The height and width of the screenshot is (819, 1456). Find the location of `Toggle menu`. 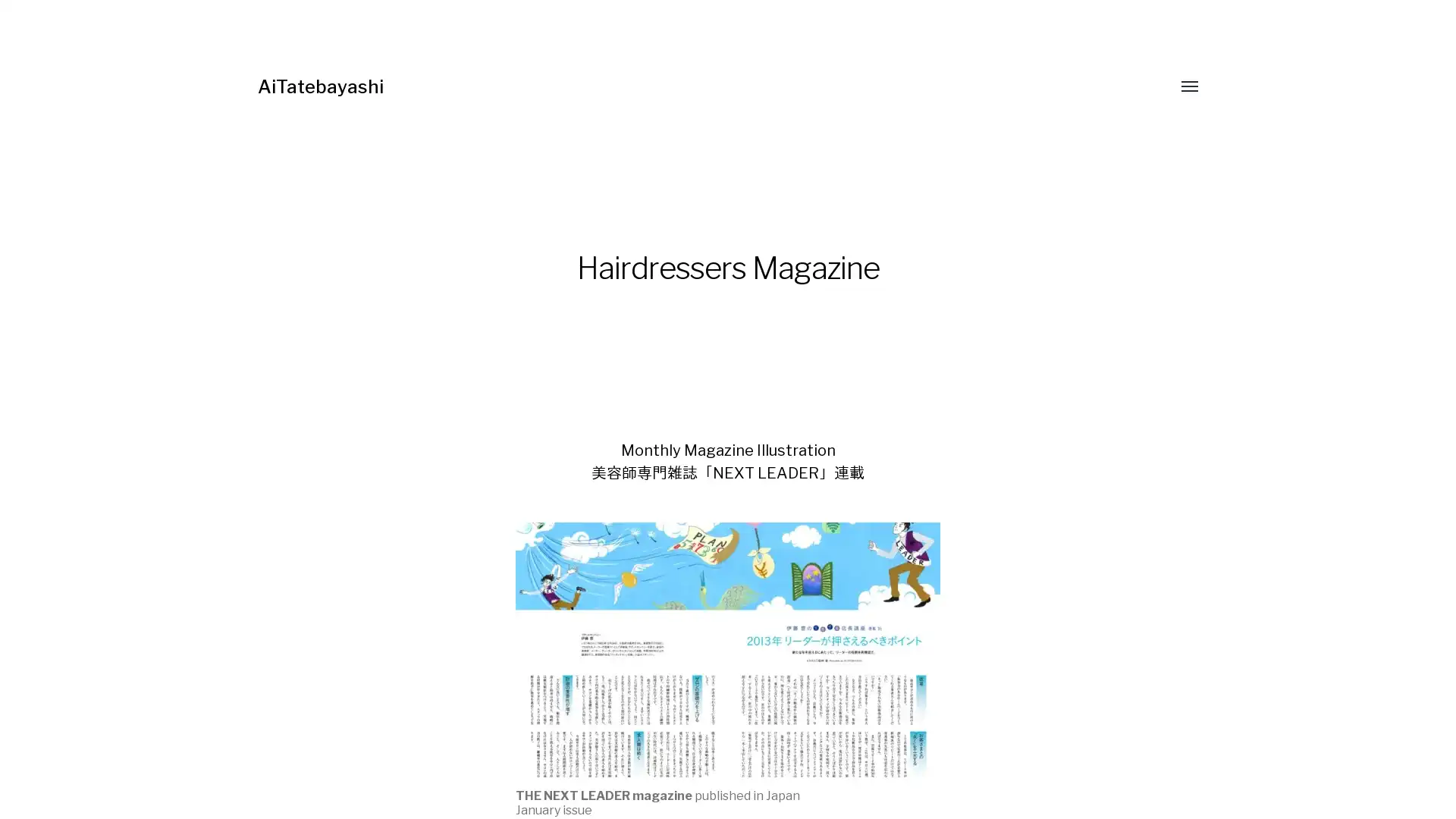

Toggle menu is located at coordinates (1178, 86).